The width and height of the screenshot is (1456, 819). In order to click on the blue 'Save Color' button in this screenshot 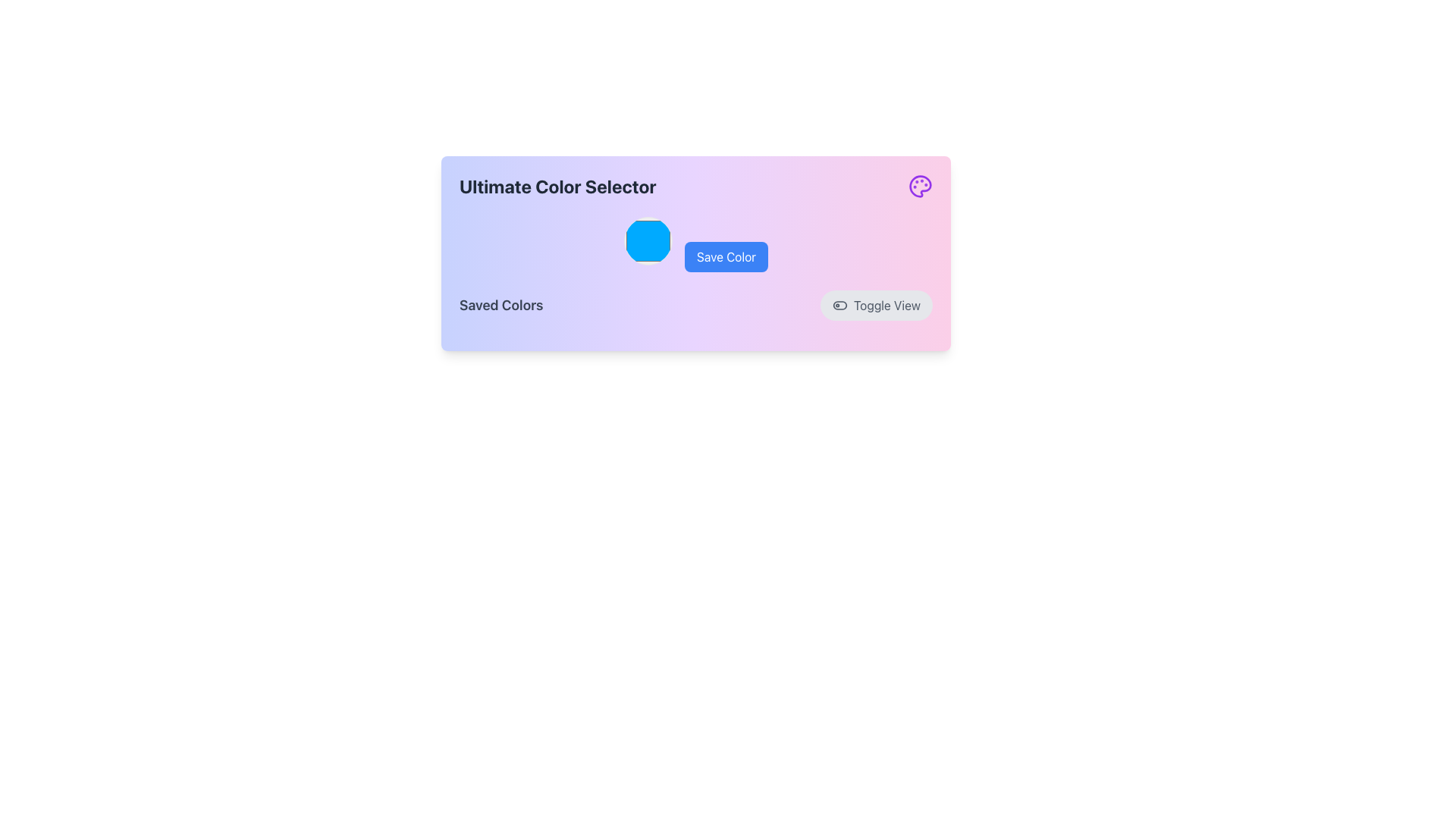, I will do `click(695, 243)`.